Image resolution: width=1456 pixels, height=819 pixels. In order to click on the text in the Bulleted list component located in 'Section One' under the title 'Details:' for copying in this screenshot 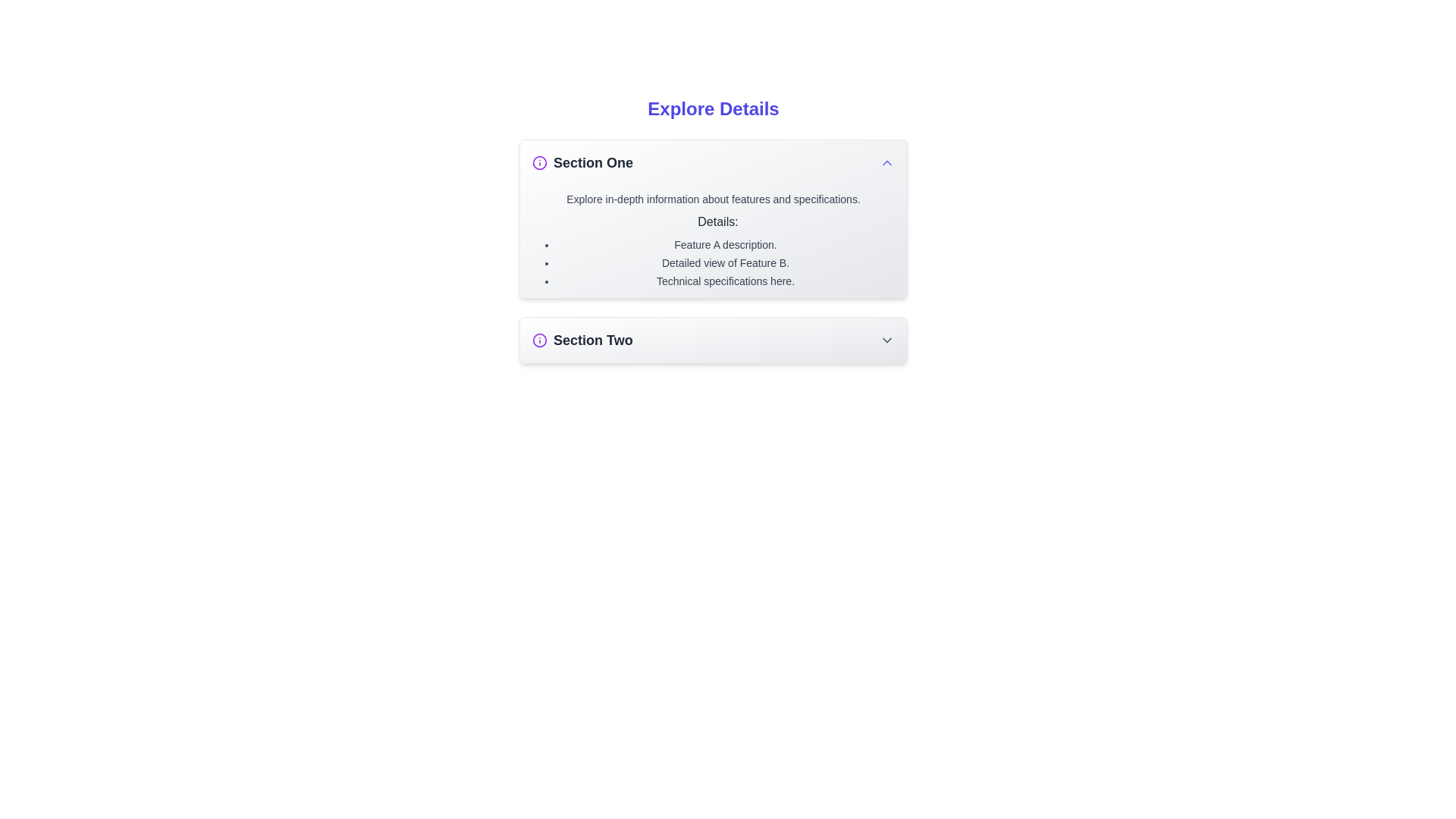, I will do `click(724, 260)`.